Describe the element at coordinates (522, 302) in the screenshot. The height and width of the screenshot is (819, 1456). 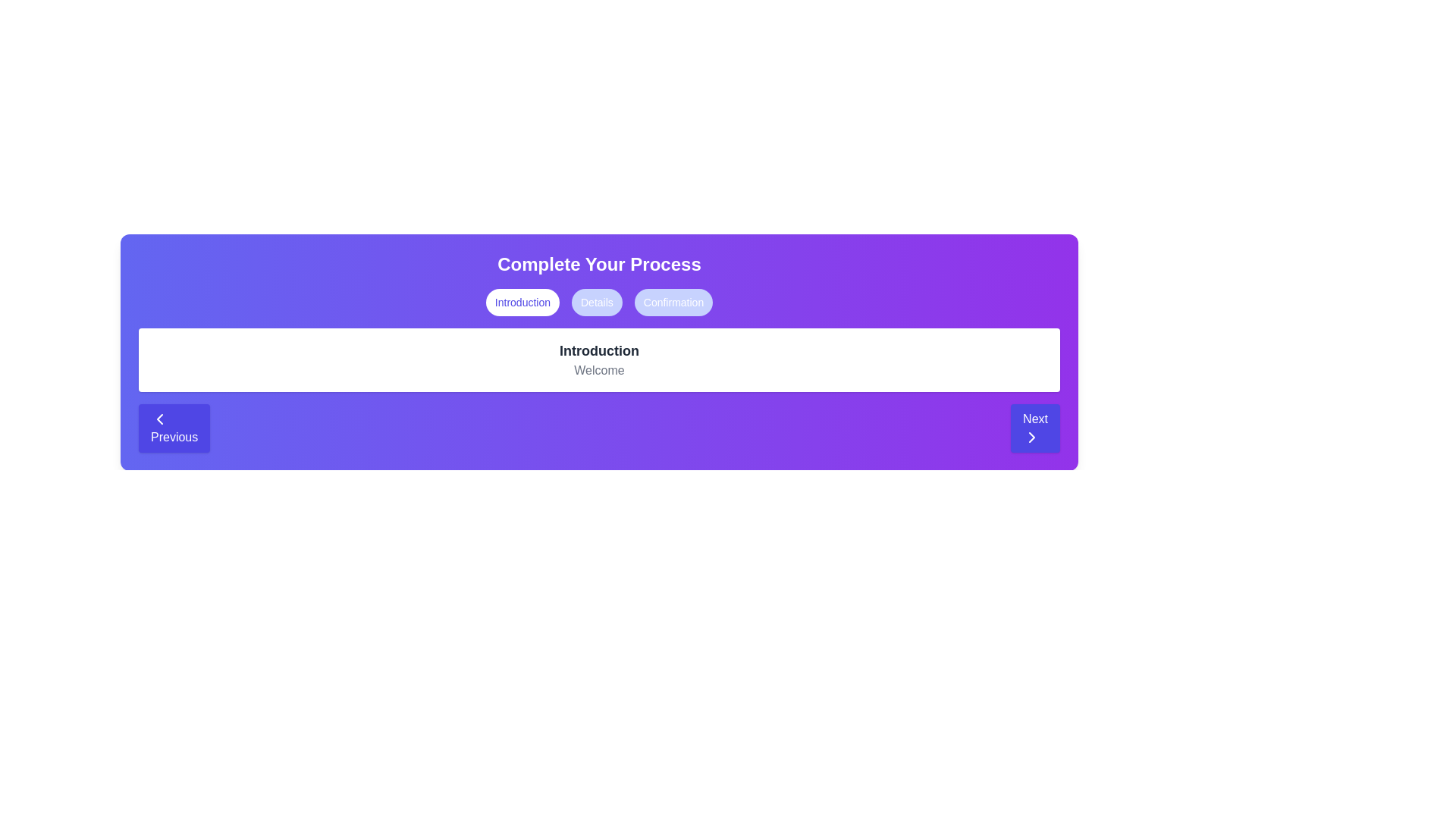
I see `the 'Introduction' step indicator button, which is the first button among three displayed horizontally under the title 'Complete Your Process'` at that location.